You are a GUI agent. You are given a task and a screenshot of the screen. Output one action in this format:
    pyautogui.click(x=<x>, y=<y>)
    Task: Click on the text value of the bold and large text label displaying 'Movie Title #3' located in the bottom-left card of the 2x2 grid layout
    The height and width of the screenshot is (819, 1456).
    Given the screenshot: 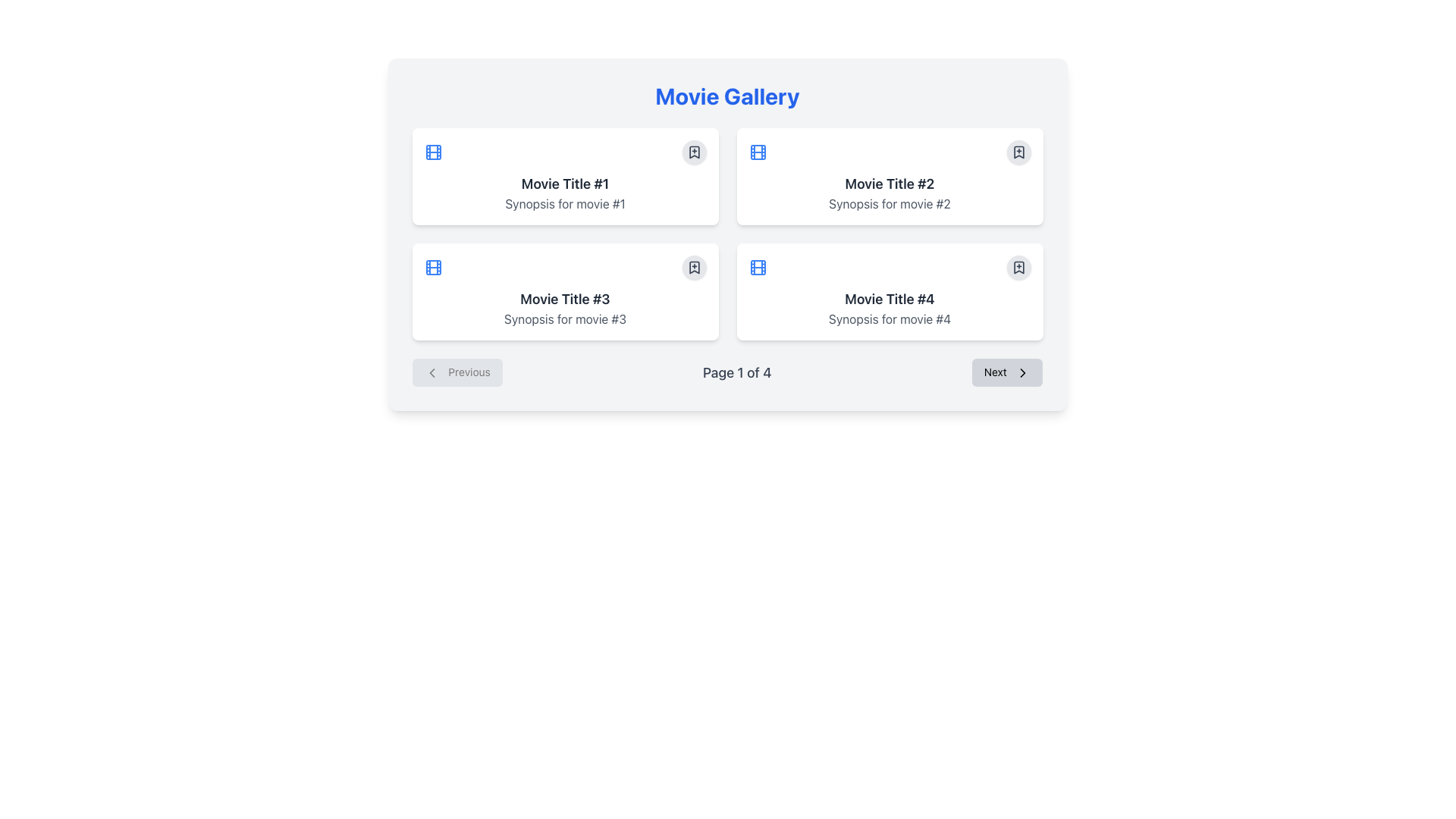 What is the action you would take?
    pyautogui.click(x=564, y=299)
    